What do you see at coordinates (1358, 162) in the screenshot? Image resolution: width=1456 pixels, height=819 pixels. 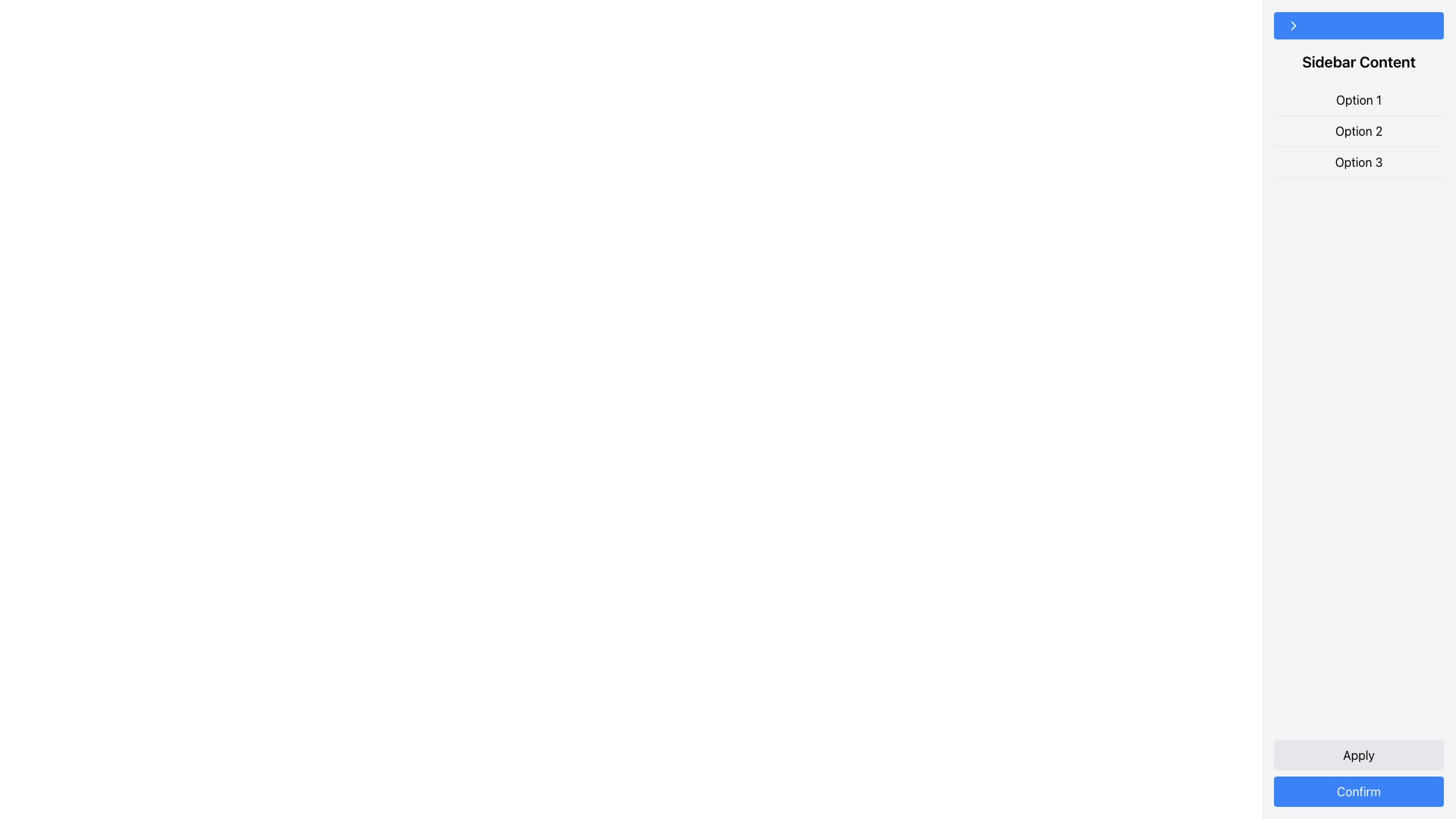 I see `the text label displaying 'Option 3', which is the last option in a vertically stacked list of three options in the sidebar` at bounding box center [1358, 162].